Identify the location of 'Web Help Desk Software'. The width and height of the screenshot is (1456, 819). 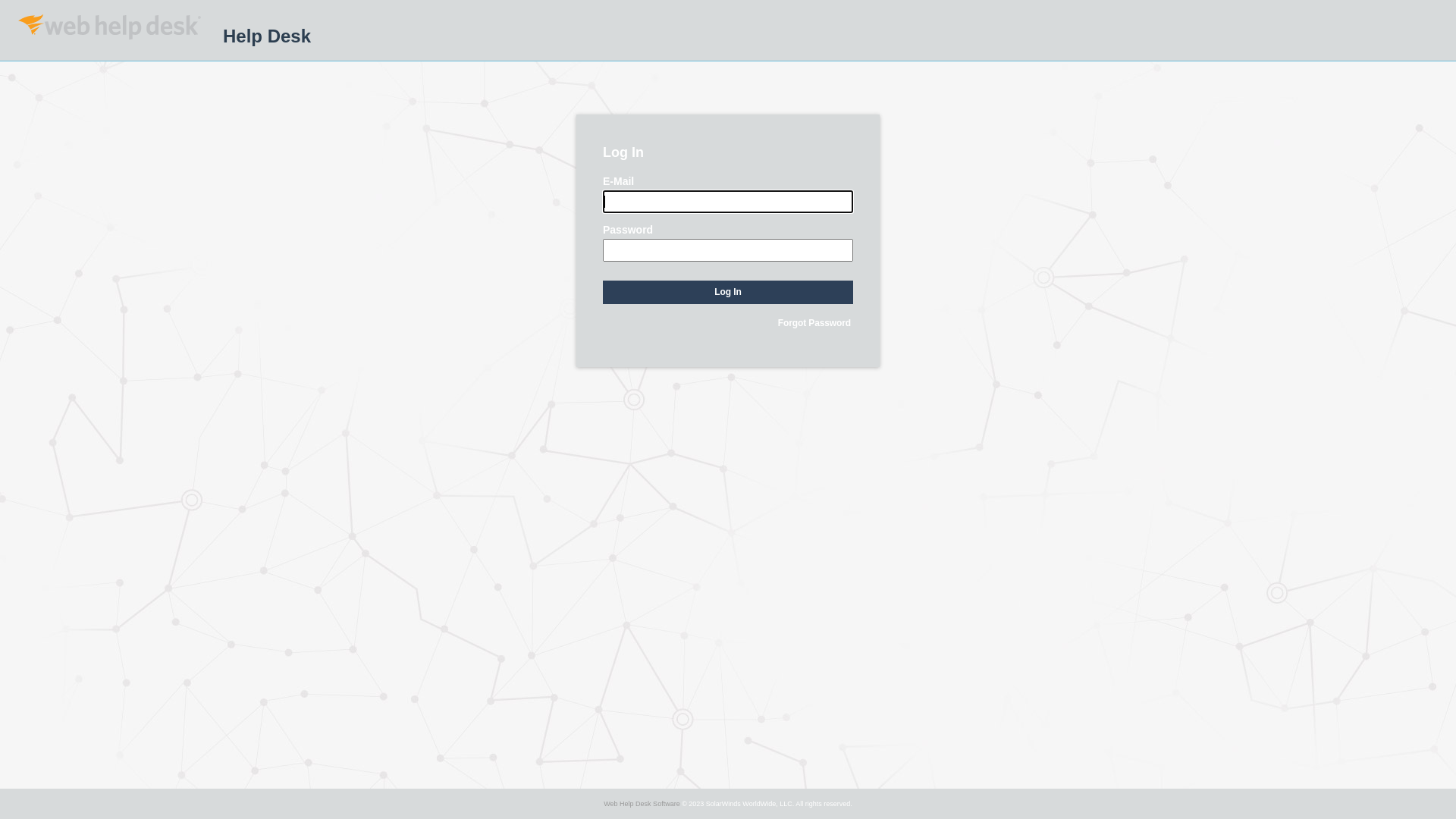
(641, 803).